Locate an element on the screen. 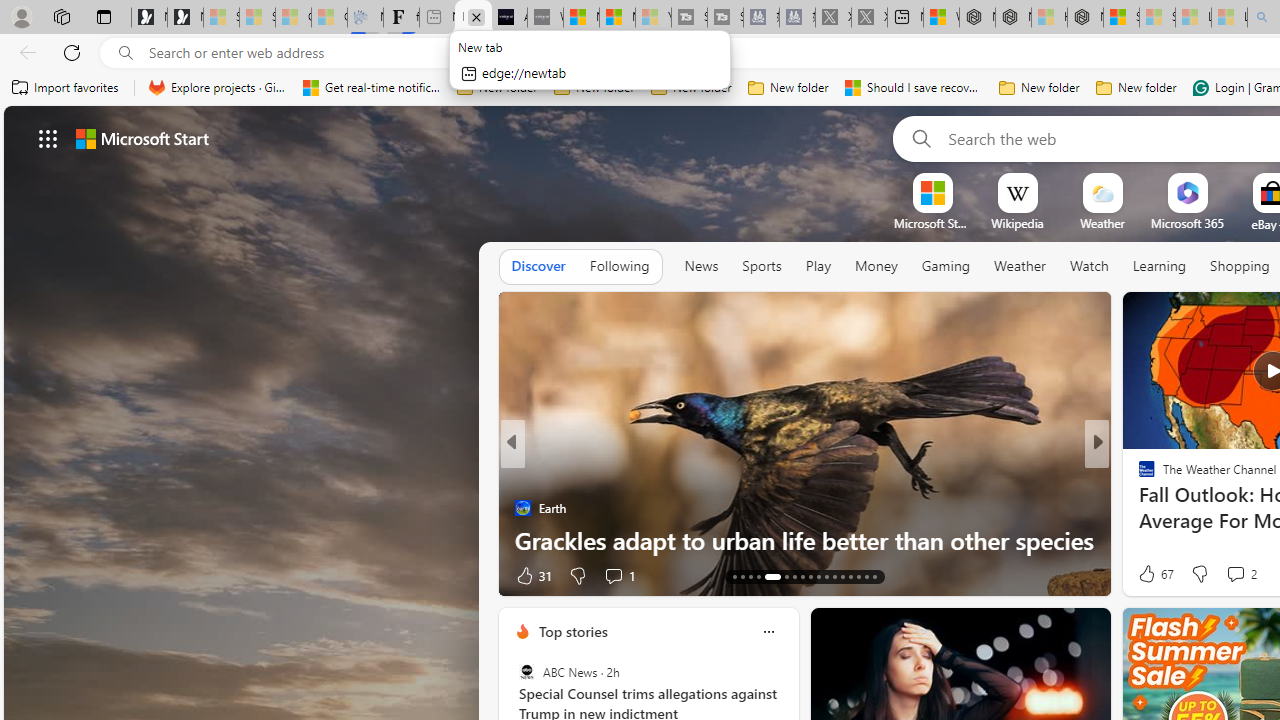 This screenshot has height=720, width=1280. 'Top stories' is located at coordinates (571, 631).